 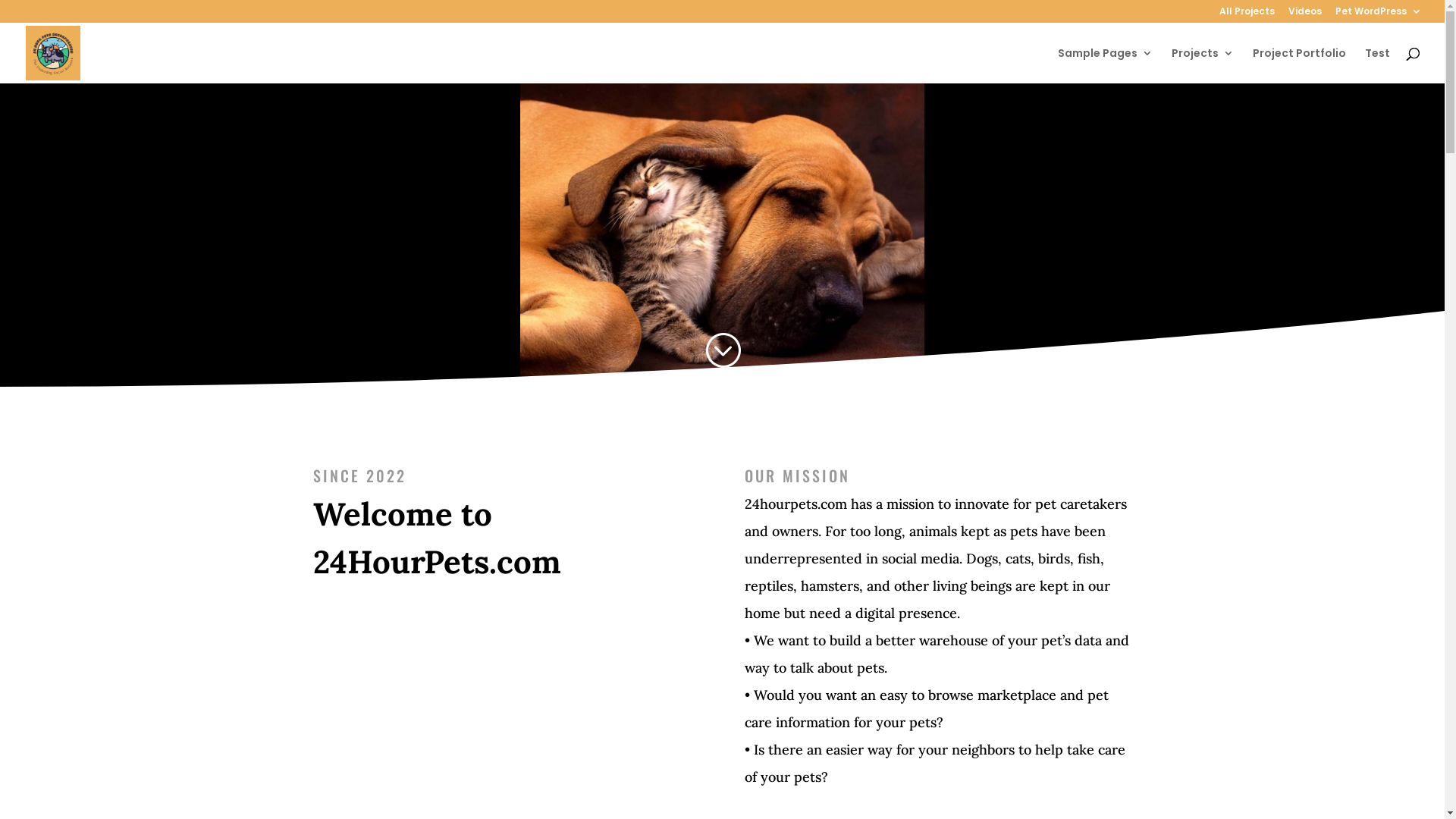 I want to click on 'Project Portfolio', so click(x=1298, y=64).